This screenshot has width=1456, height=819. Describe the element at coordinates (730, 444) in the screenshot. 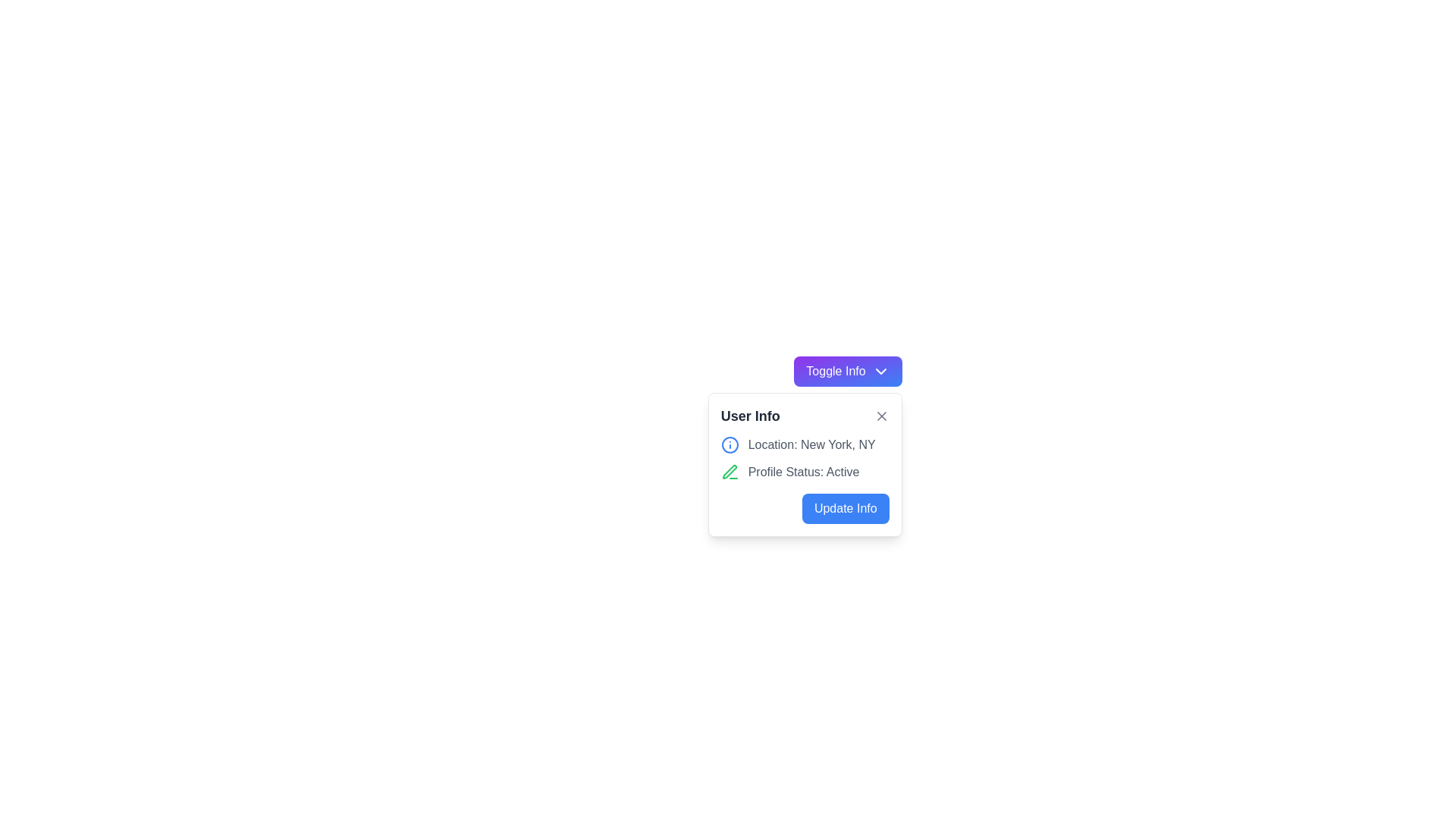

I see `location icon that indicates the 'Location: New York, NY' section of the interface for additional details` at that location.